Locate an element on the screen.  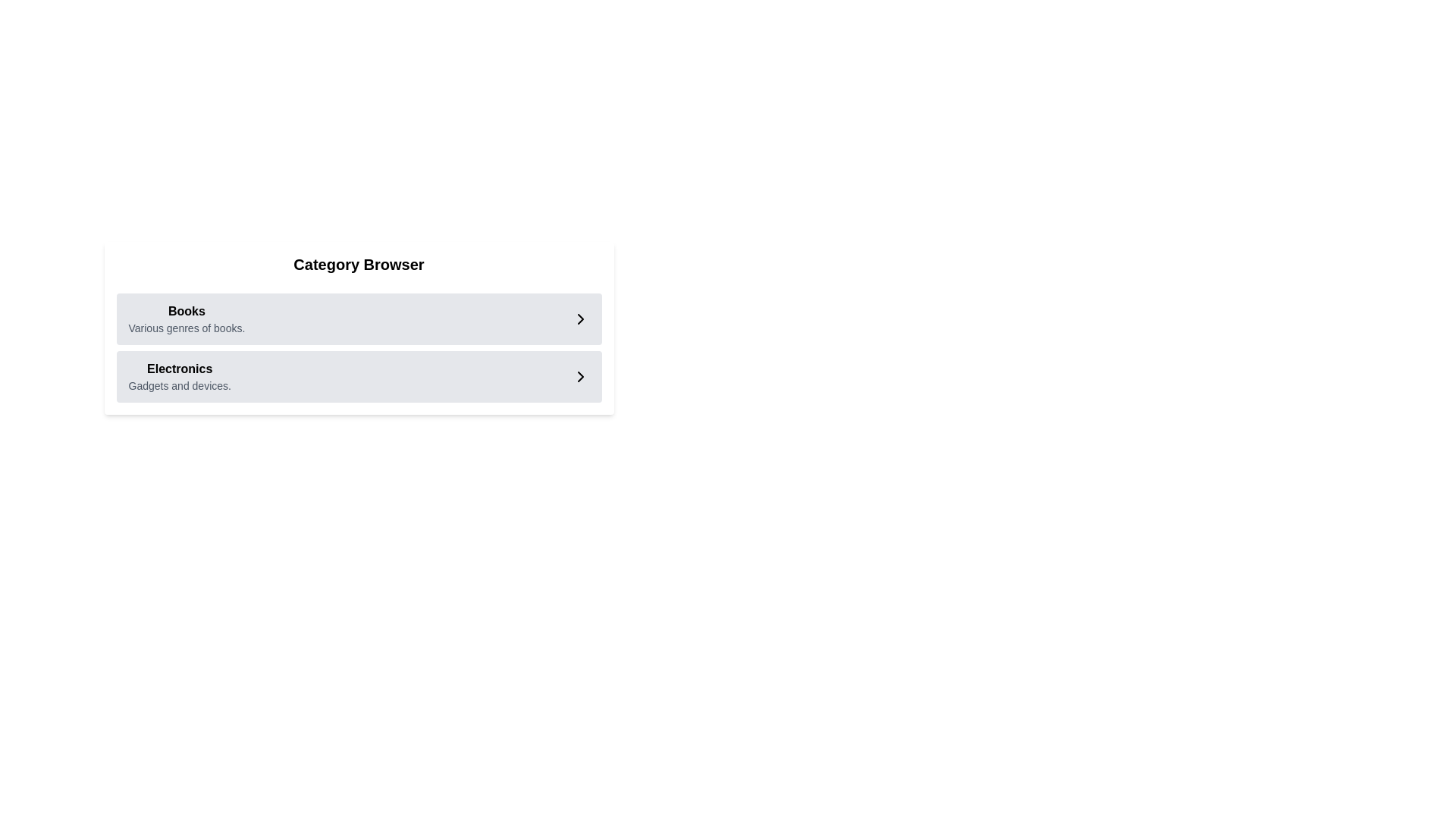
the 'Electronics' category text-display block, which features a bold header and subtext stating 'Gadgets and devices' is located at coordinates (180, 376).